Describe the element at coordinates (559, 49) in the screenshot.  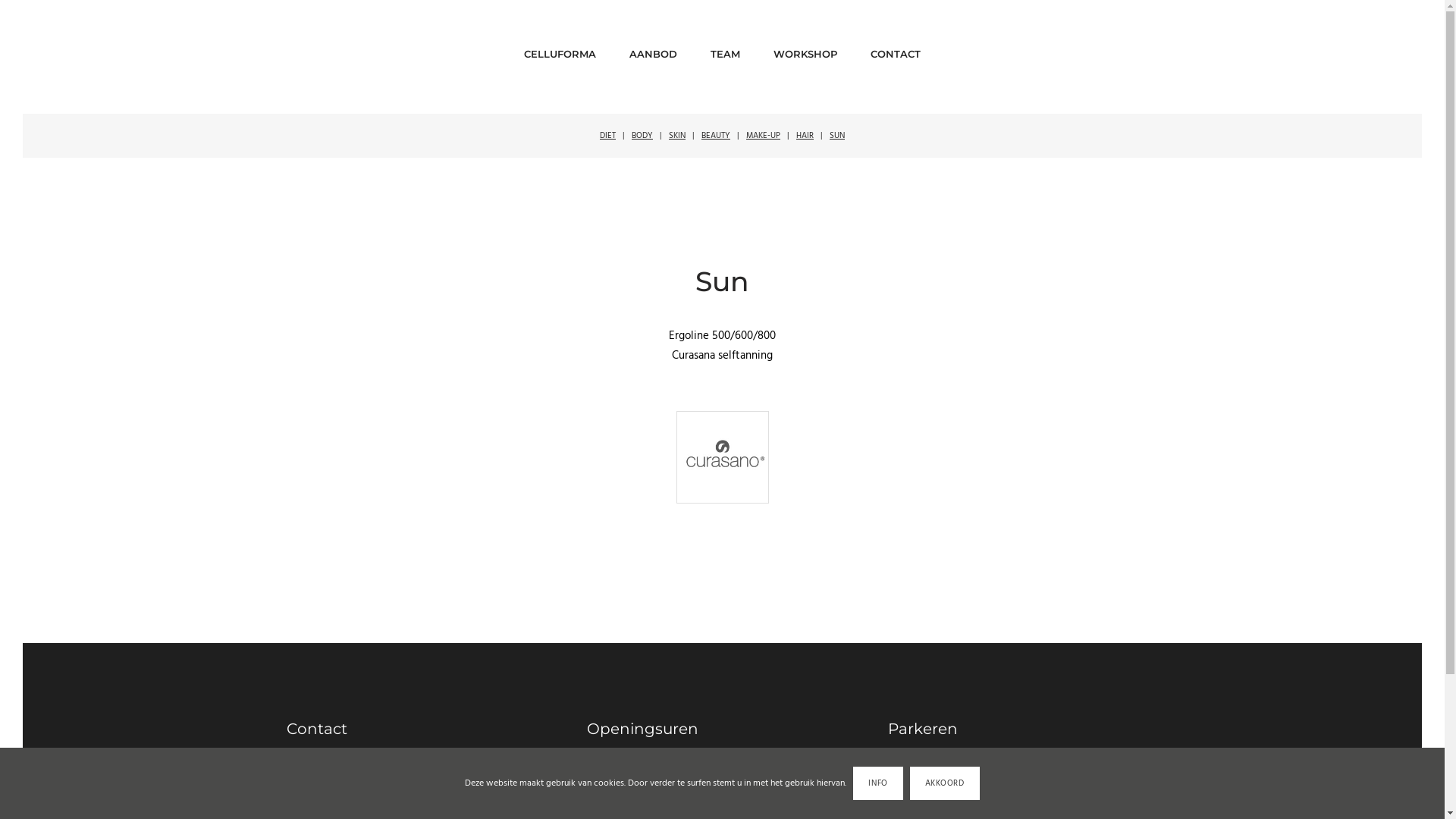
I see `'CELLUFORMA'` at that location.